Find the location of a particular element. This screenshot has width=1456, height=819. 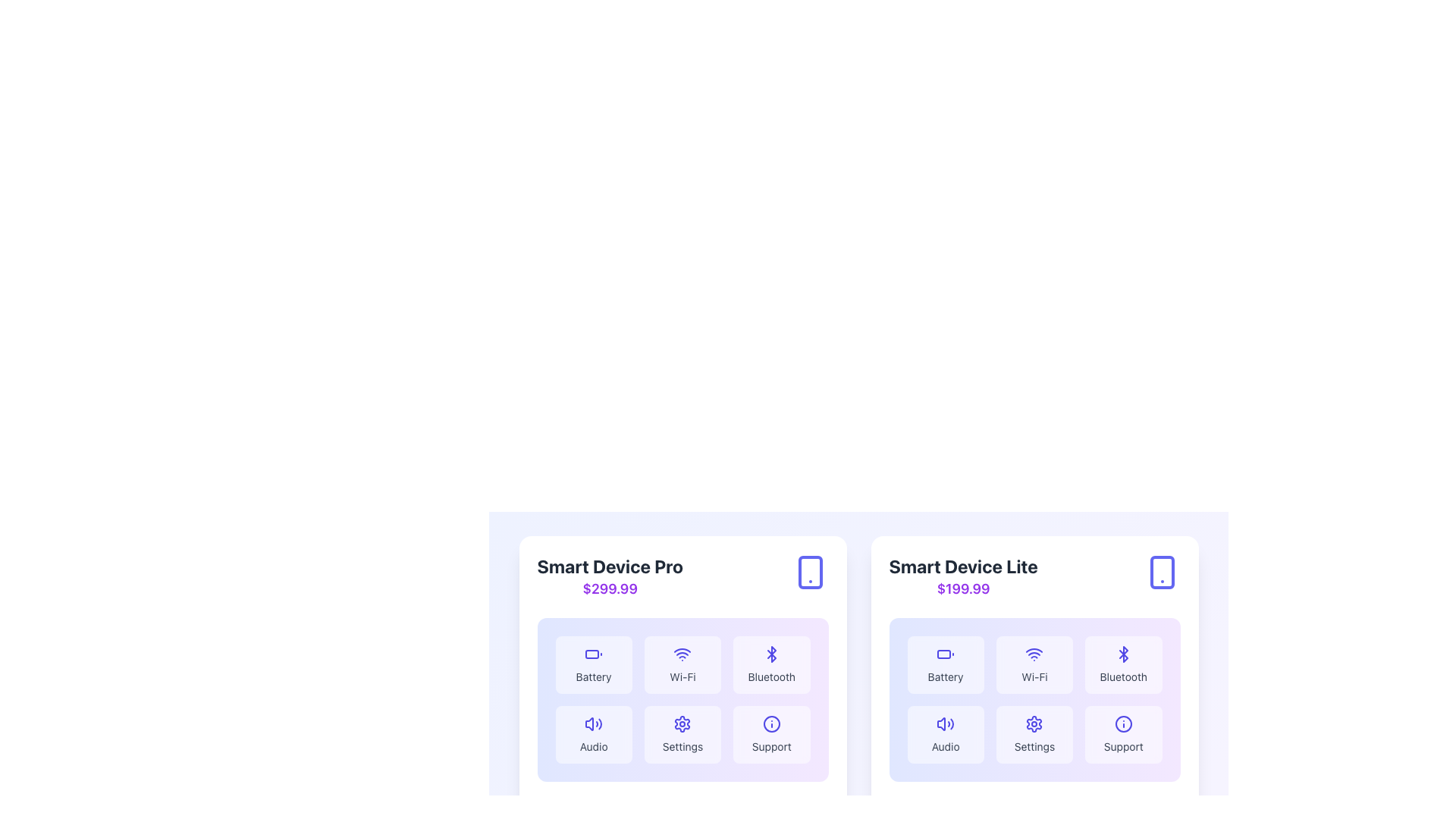

the 'Settings' button, which features a gear icon in blue and is located in the second column and second row of a 3x2 grid under the 'Smart Device Pro' section is located at coordinates (682, 733).